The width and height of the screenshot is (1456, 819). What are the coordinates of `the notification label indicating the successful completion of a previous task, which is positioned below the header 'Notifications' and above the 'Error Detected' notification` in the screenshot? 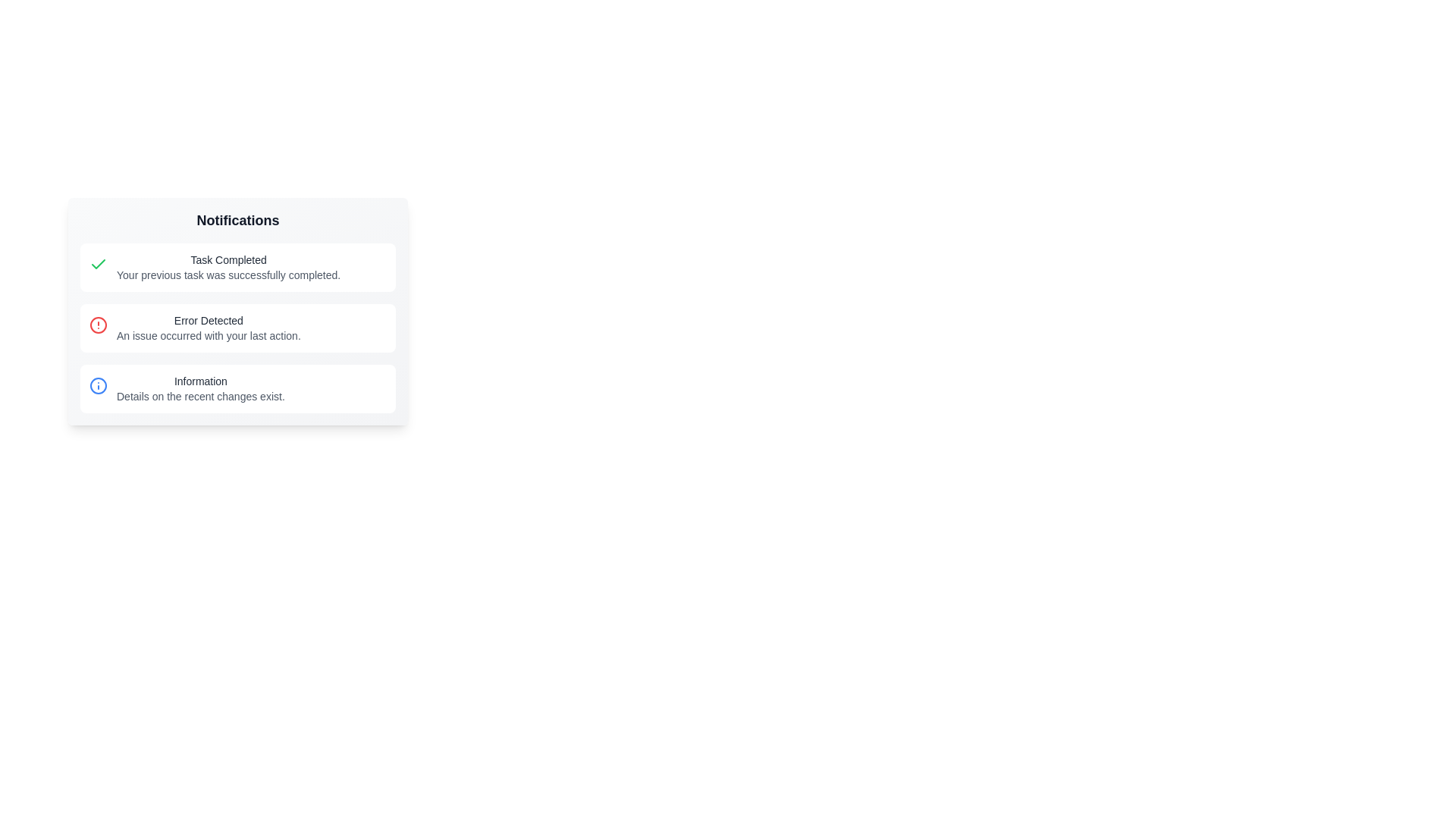 It's located at (227, 267).